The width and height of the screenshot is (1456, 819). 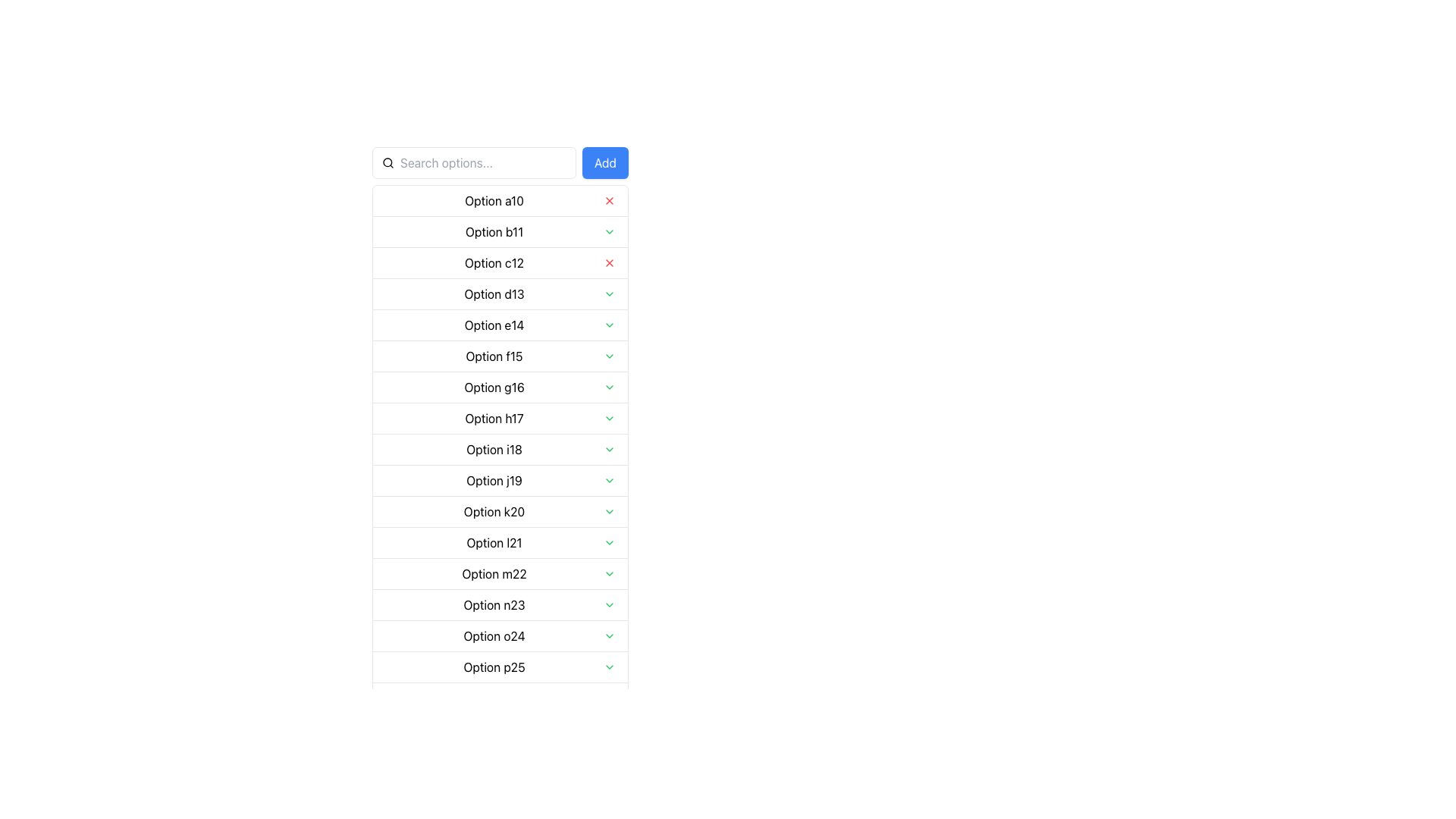 I want to click on the list option located in the middle of the dropdown by clicking on it, so click(x=494, y=480).